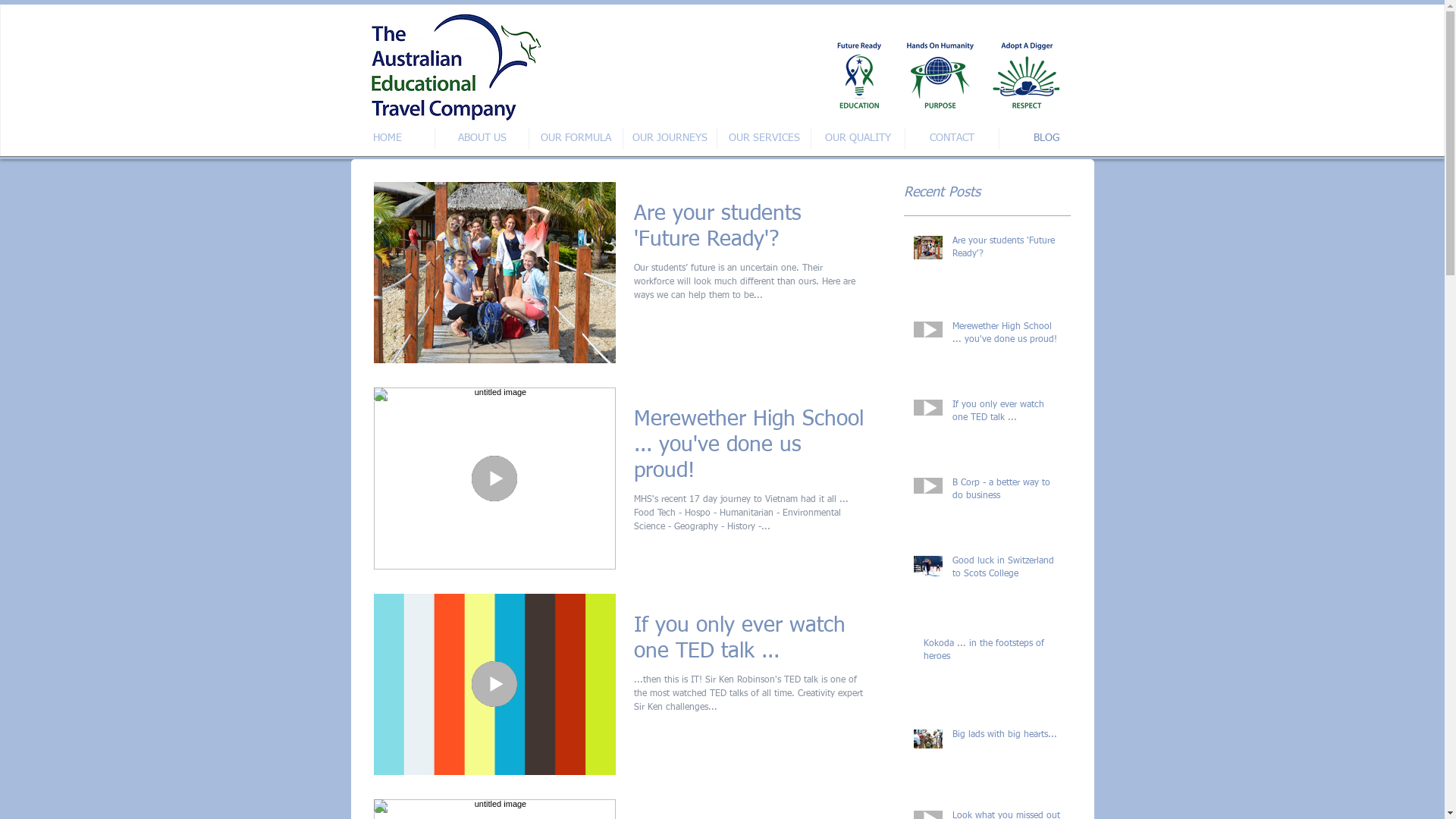 This screenshot has height=819, width=1456. I want to click on 'OUR SERVICES', so click(764, 138).